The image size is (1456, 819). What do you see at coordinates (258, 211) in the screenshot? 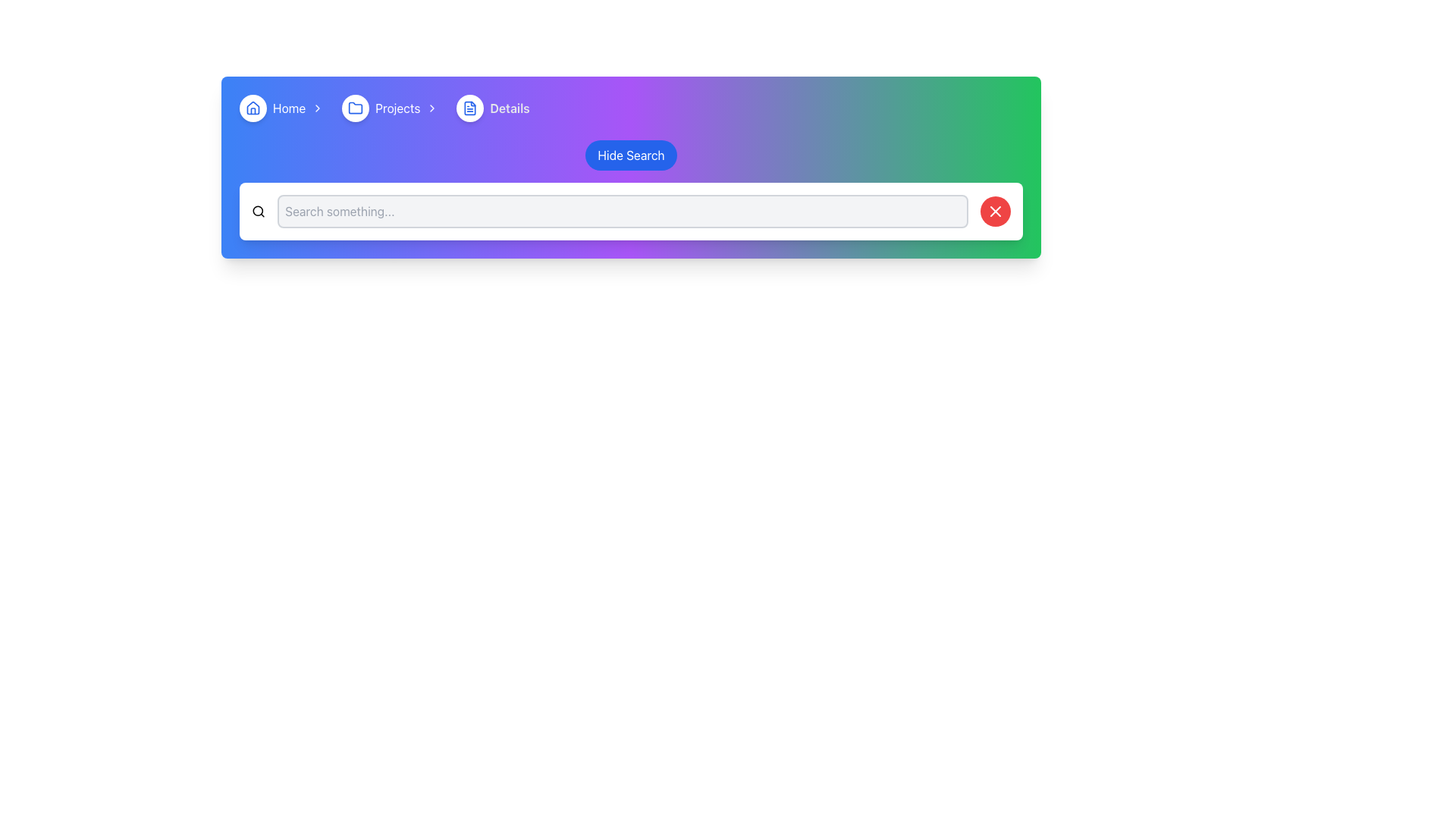
I see `the circular component of the search icon, which is part of the SVG graphic representing a magnifying glass located in the search bar area` at bounding box center [258, 211].